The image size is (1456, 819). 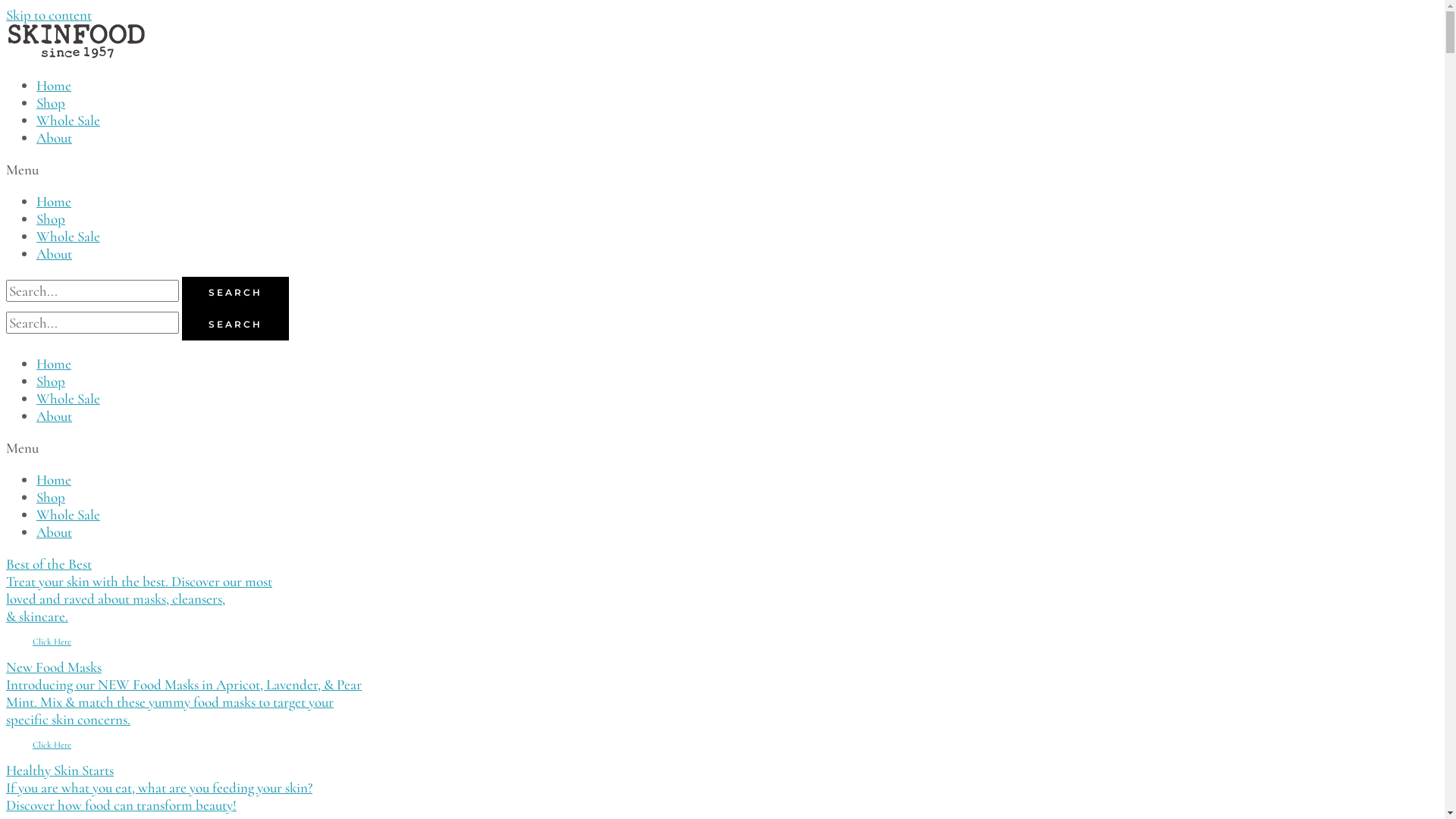 What do you see at coordinates (54, 200) in the screenshot?
I see `'Home'` at bounding box center [54, 200].